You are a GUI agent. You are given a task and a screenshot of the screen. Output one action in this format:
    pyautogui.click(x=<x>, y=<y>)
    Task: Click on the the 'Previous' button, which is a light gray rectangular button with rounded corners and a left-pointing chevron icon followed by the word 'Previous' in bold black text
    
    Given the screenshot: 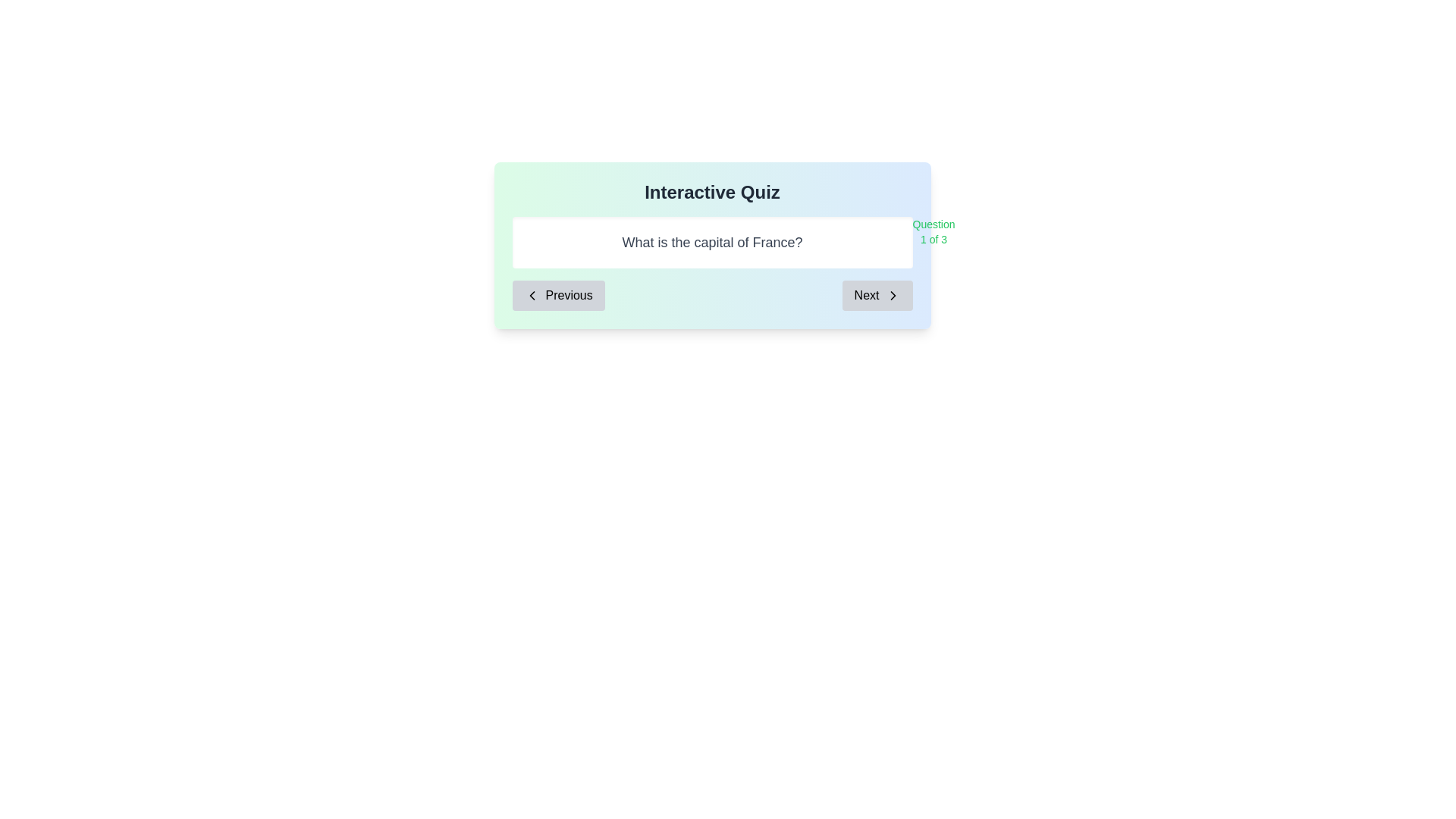 What is the action you would take?
    pyautogui.click(x=557, y=295)
    